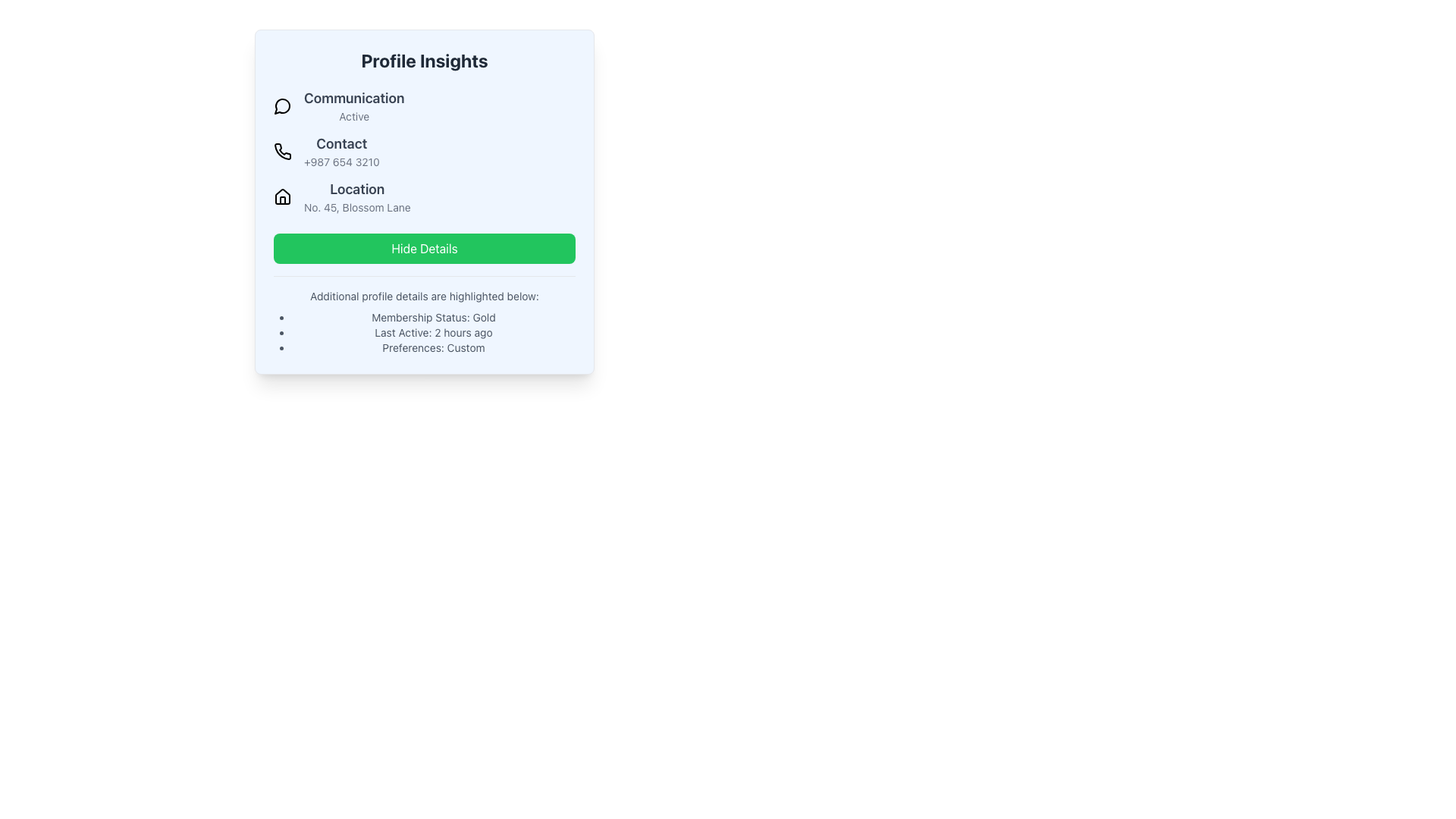  I want to click on the text label displaying 'Location' which is styled in bold gray font on a light blue background, located below the 'Contact' section, so click(356, 189).